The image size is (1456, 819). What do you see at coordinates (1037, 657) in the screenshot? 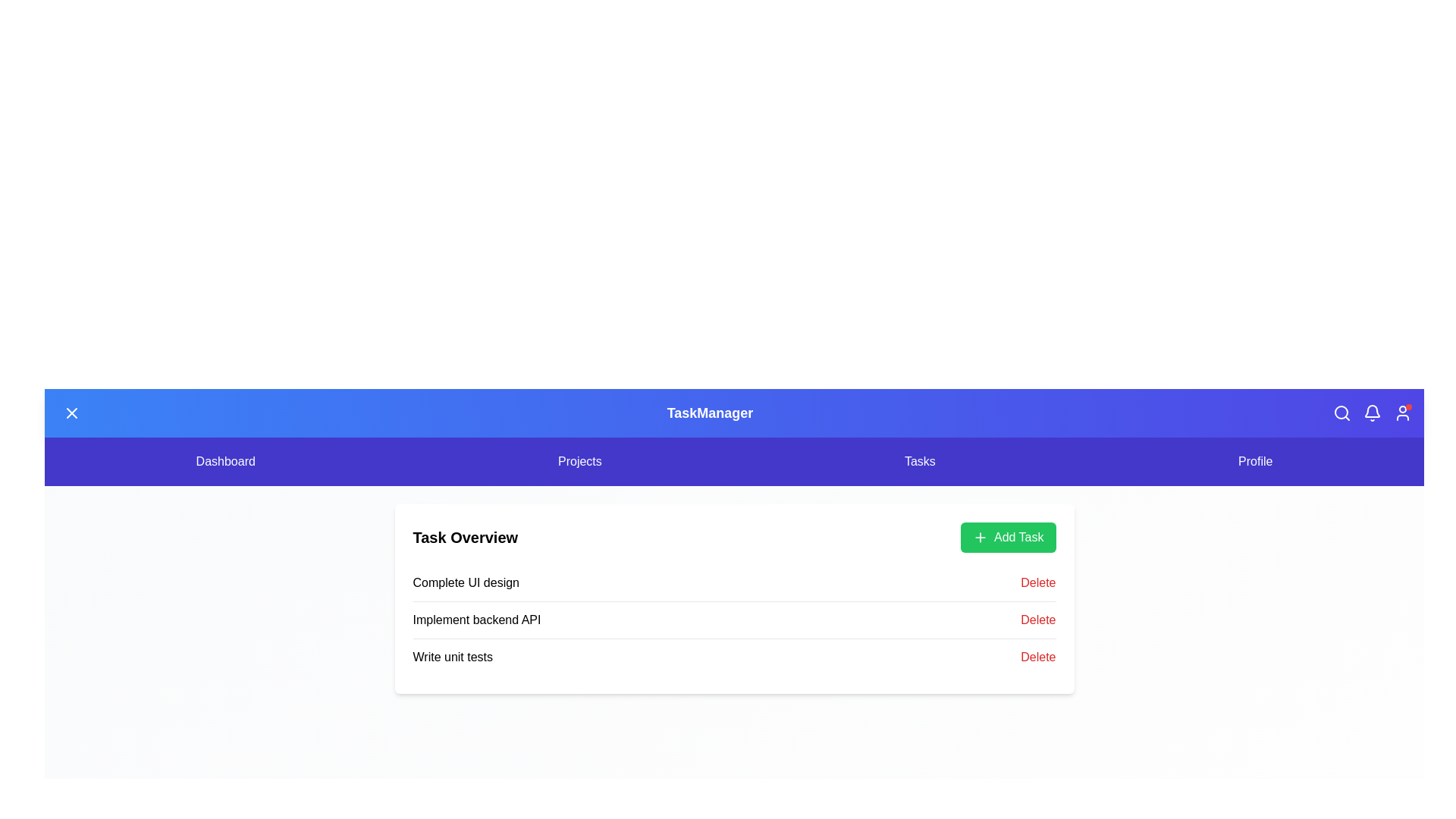
I see `the delete button for the task Write unit tests` at bounding box center [1037, 657].